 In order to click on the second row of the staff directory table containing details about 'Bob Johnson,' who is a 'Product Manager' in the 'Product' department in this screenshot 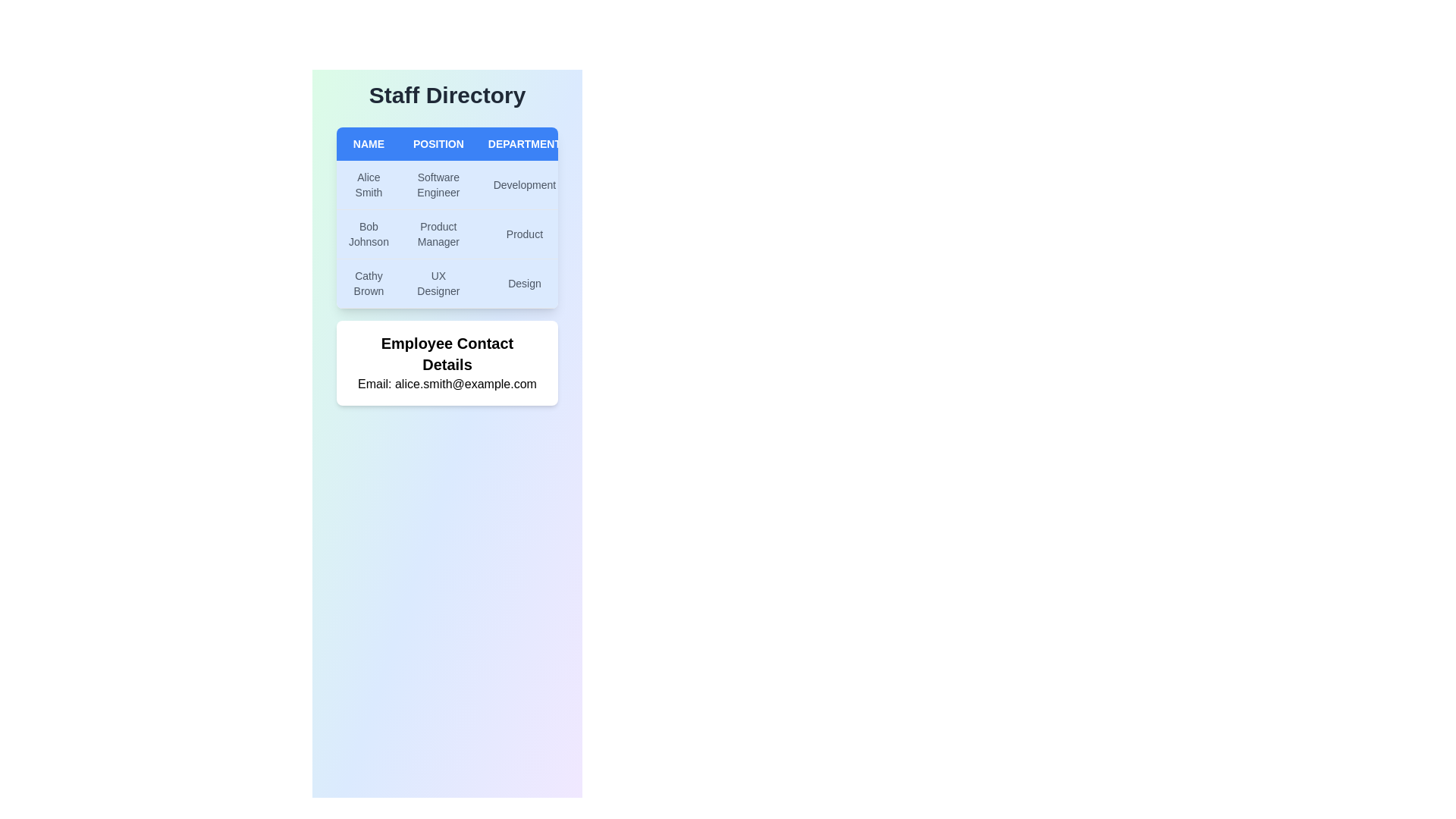, I will do `click(447, 218)`.